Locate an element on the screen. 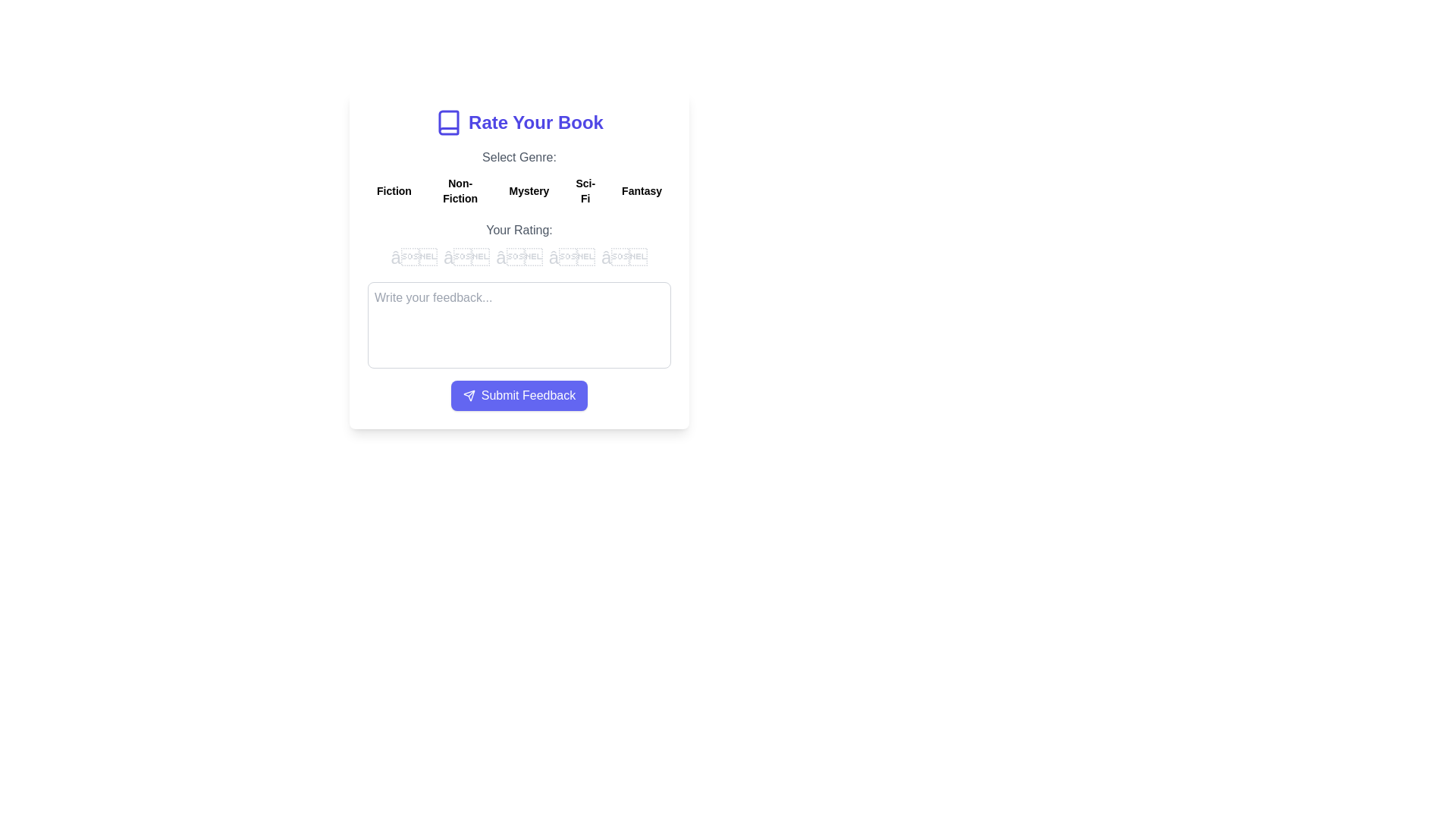 This screenshot has height=819, width=1456. the 'Fiction' button is located at coordinates (394, 190).